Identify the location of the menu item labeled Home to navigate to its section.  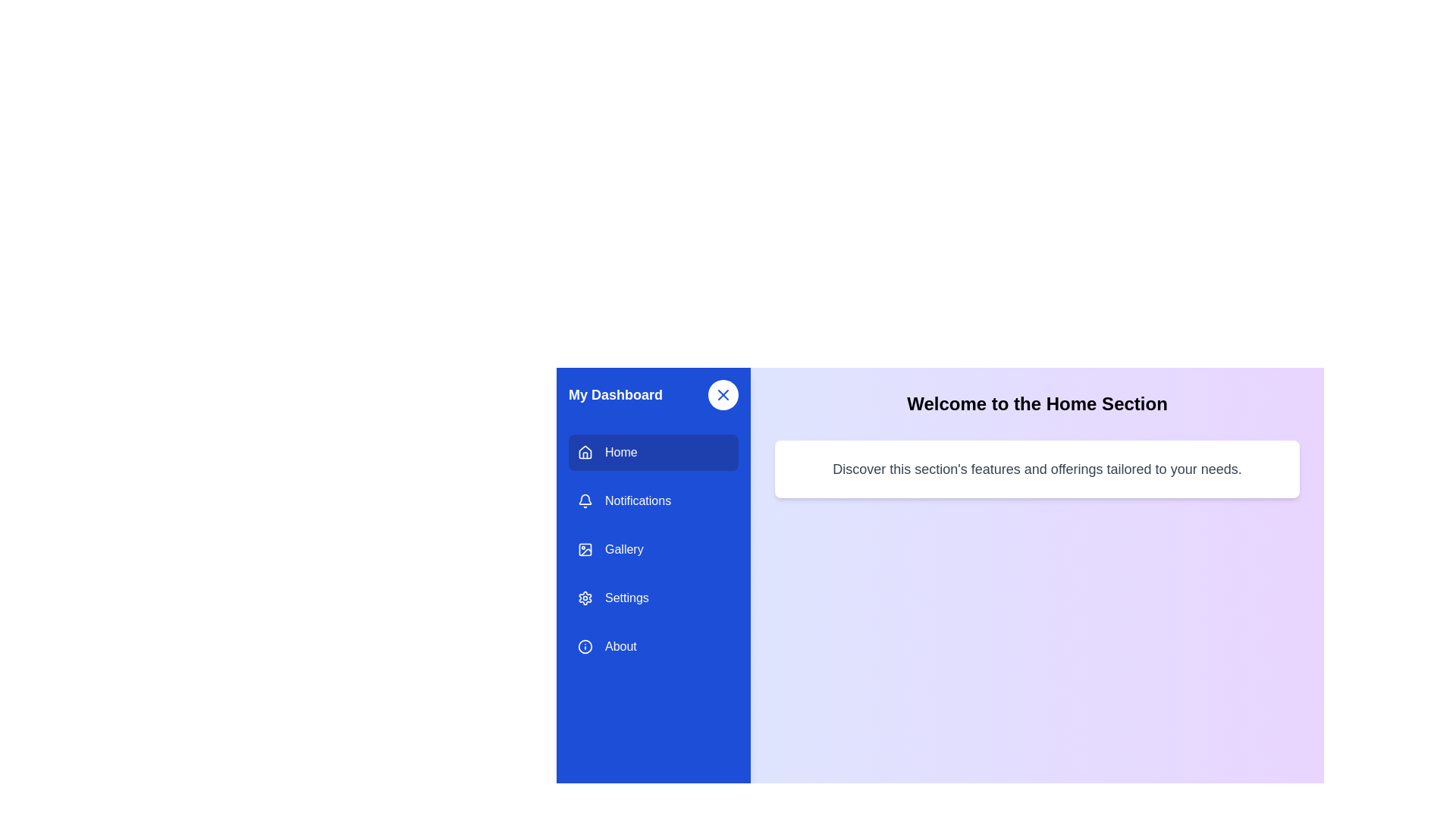
(654, 452).